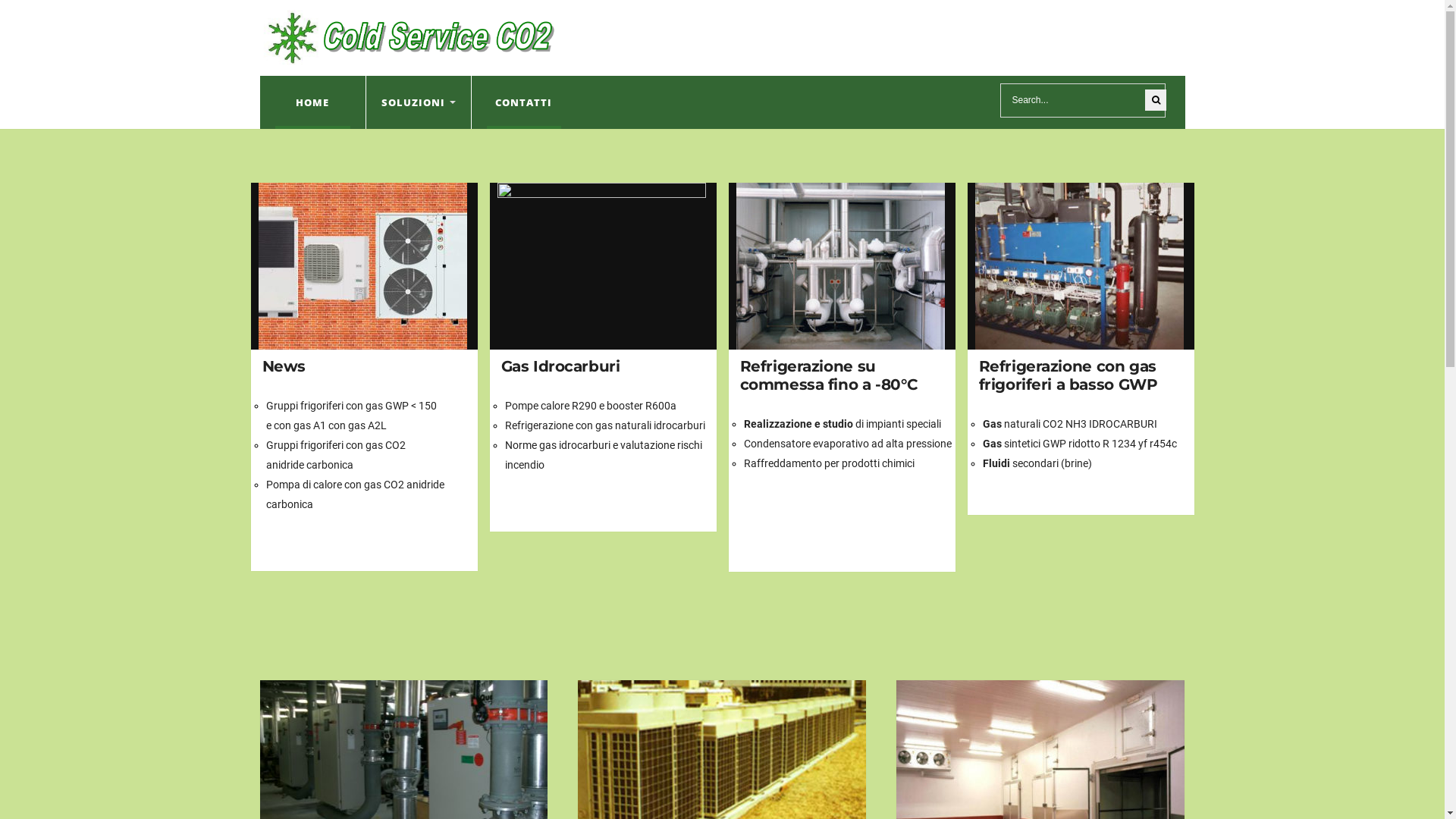  Describe the element at coordinates (1037, 462) in the screenshot. I see `'Fluidi secondari (brine)'` at that location.